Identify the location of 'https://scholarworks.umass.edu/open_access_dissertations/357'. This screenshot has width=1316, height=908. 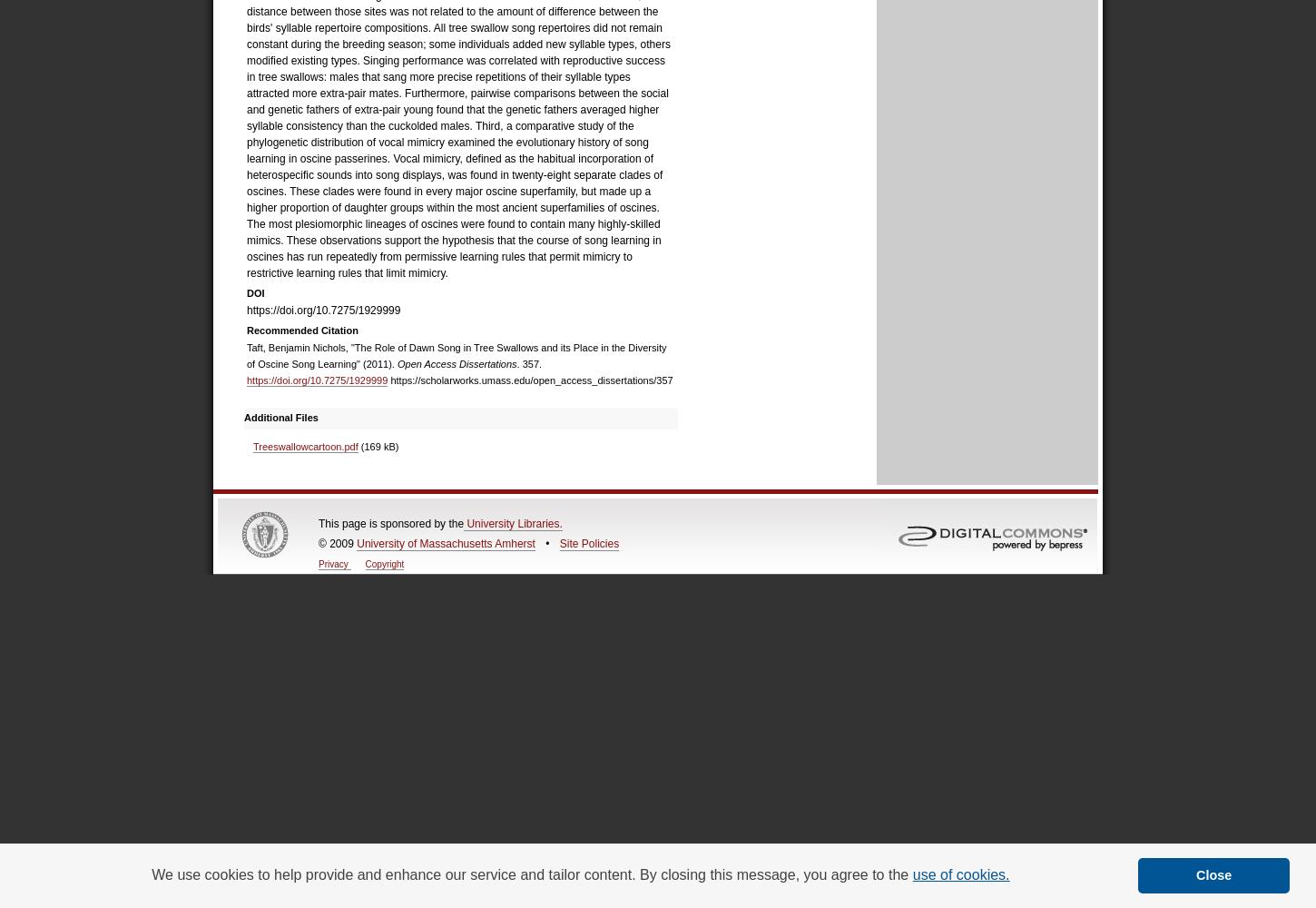
(530, 380).